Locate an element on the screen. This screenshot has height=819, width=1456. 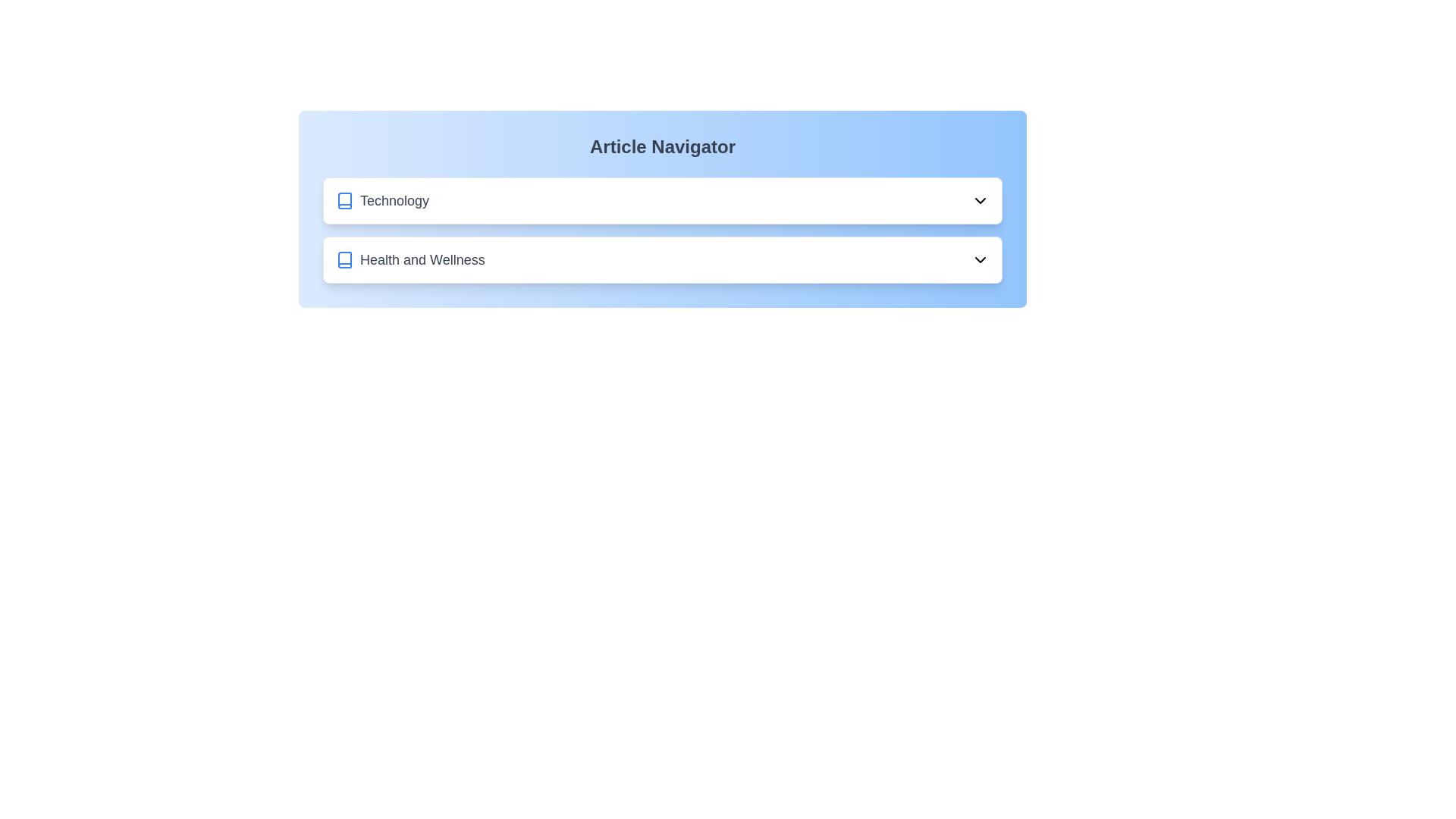
the downward-facing chevron icon located at the far right of the 'Health and Wellness' section is located at coordinates (980, 259).